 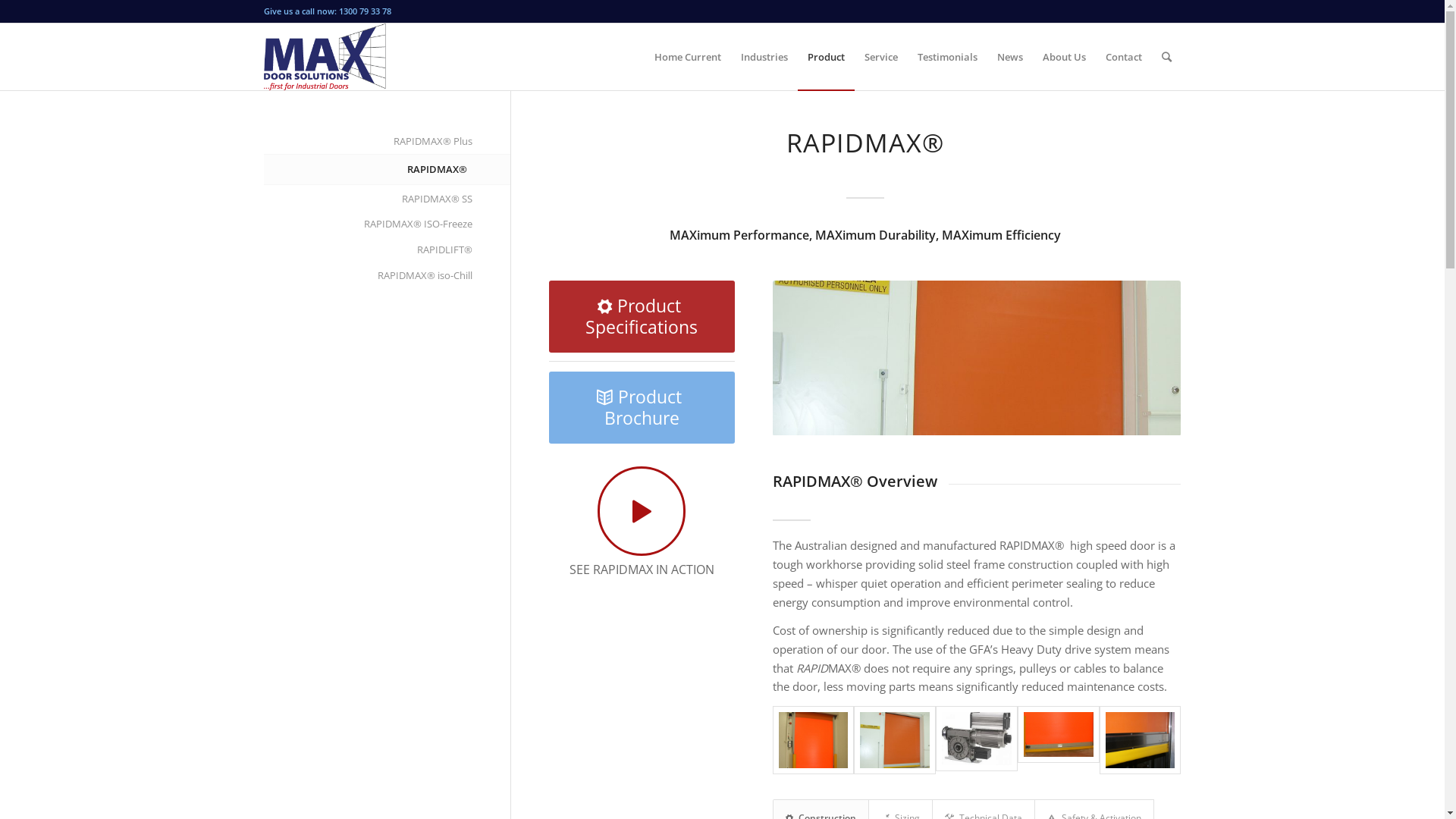 I want to click on 'Home Current', so click(x=687, y=55).